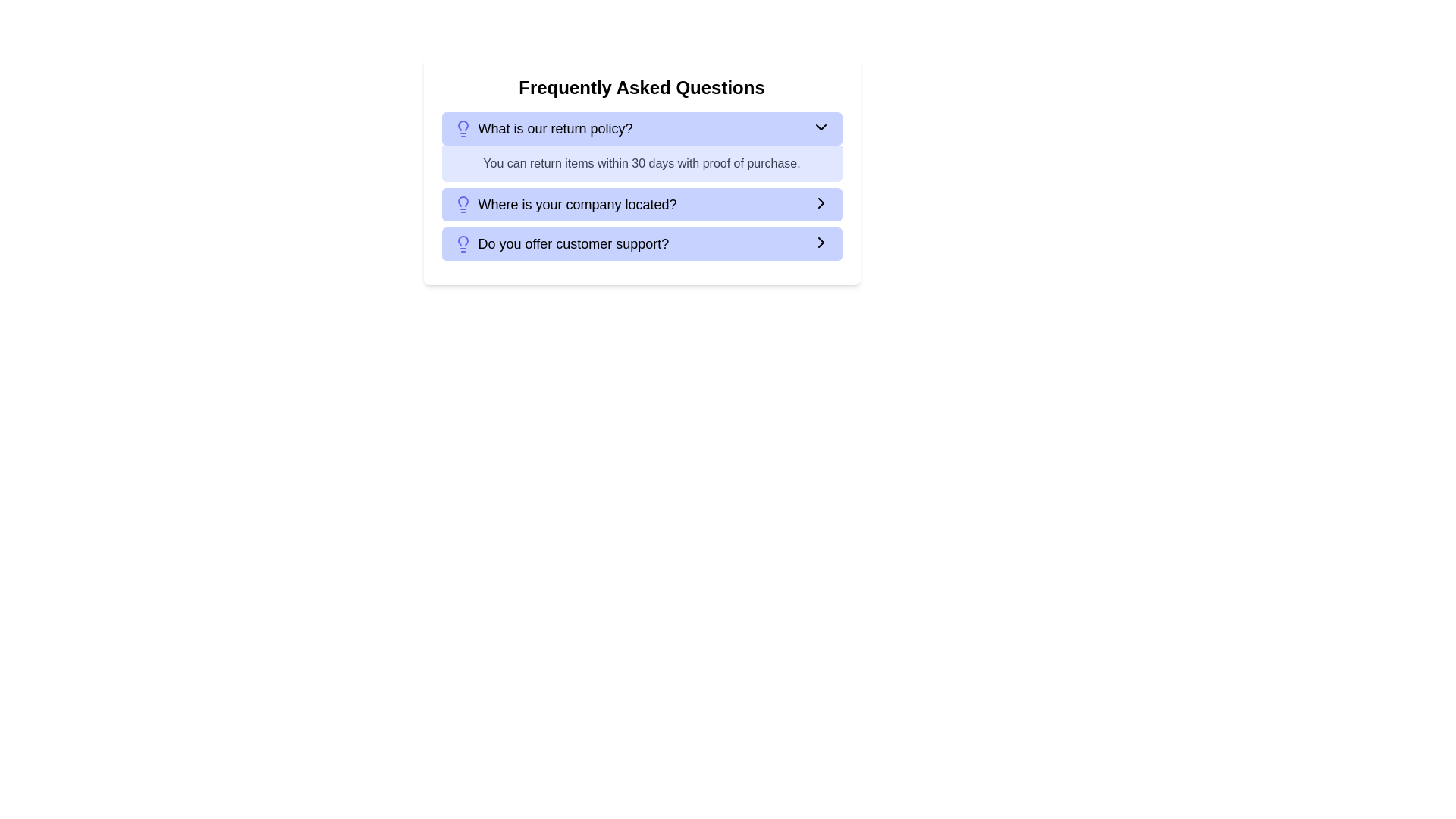  I want to click on the icon that visually represents the question 'What is our return policy?' located in the FAQ section, positioned to the left of the question text, so click(462, 127).